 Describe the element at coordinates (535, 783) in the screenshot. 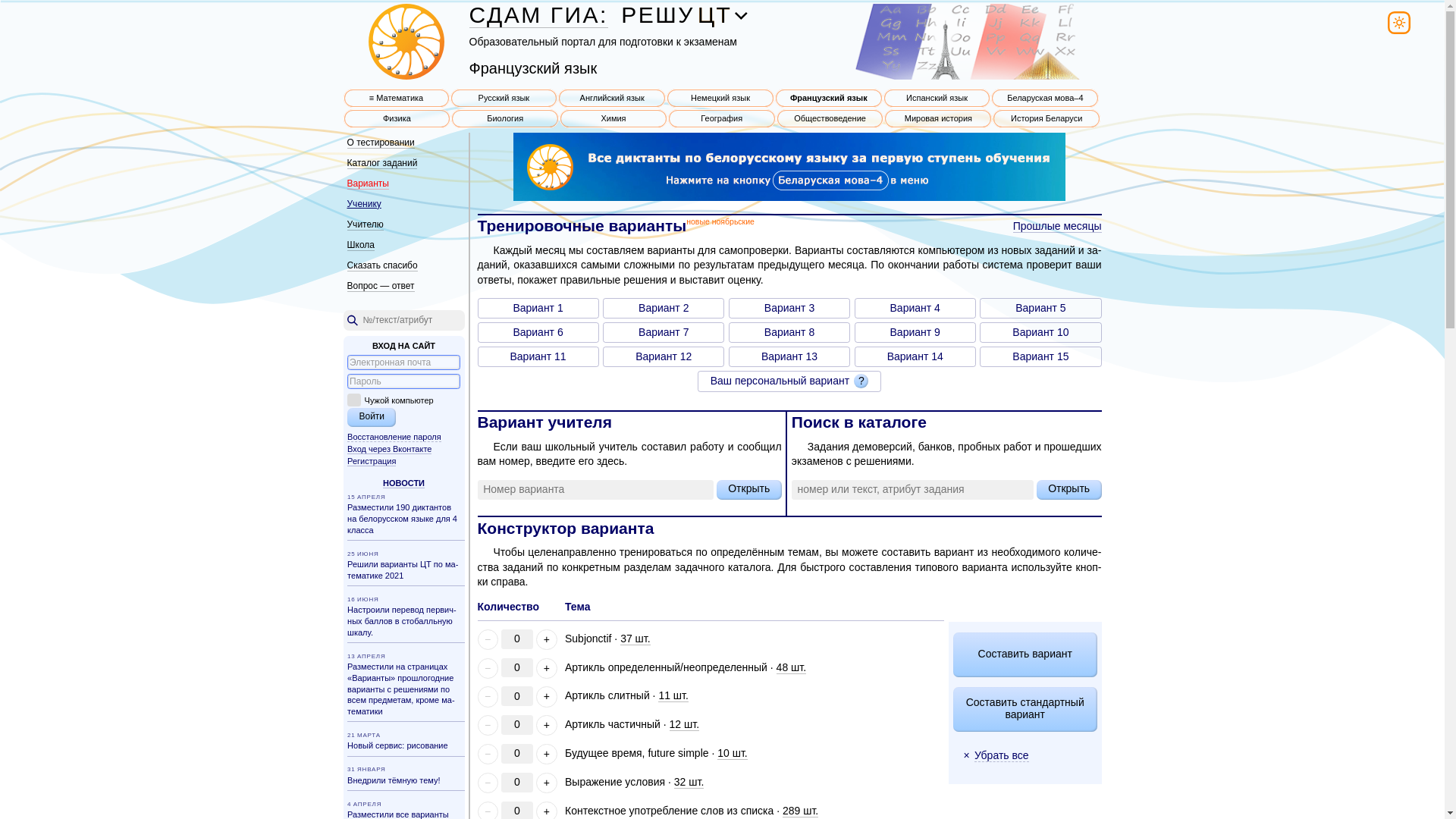

I see `'+'` at that location.